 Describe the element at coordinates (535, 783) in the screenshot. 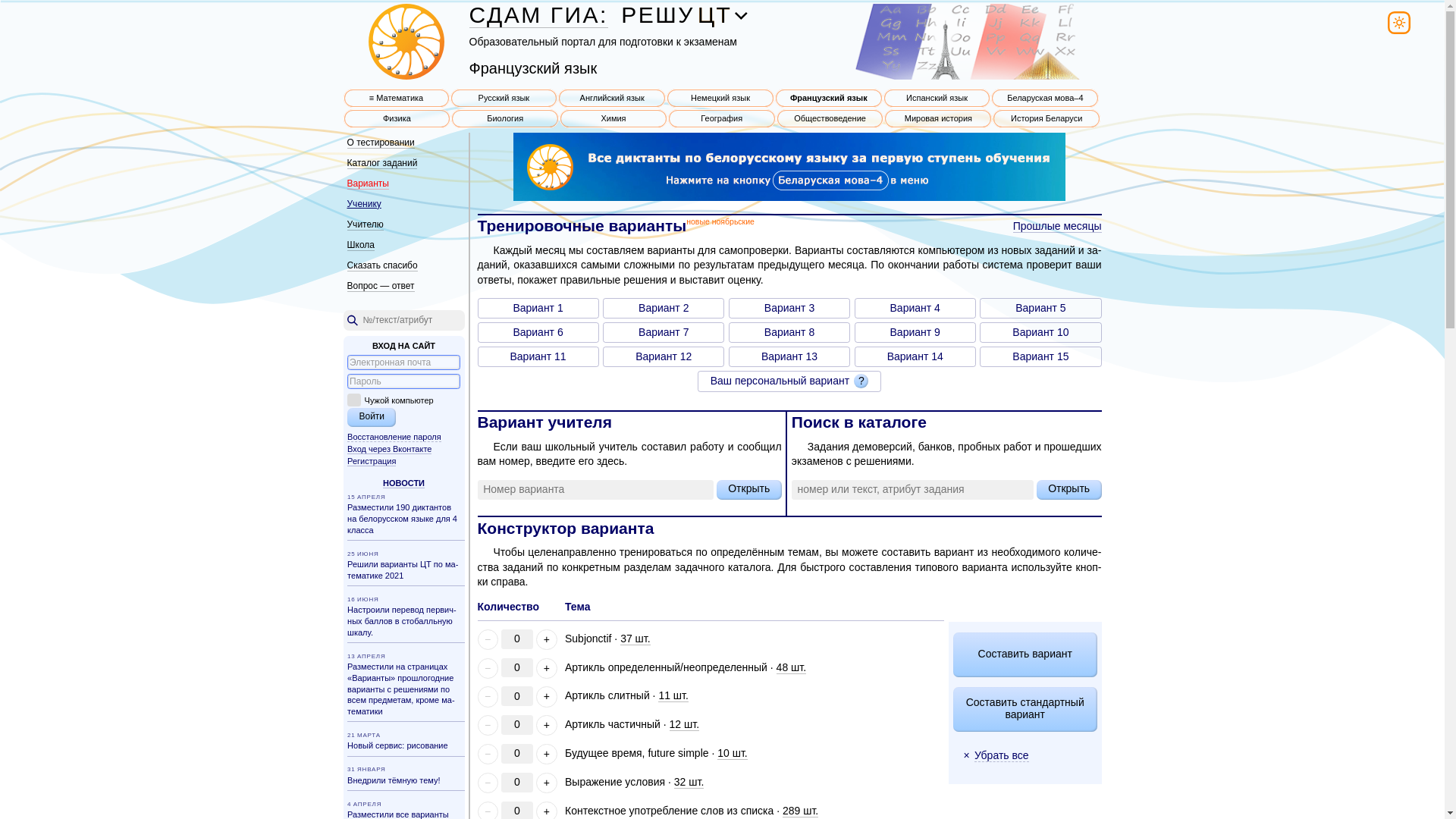

I see `'+'` at that location.